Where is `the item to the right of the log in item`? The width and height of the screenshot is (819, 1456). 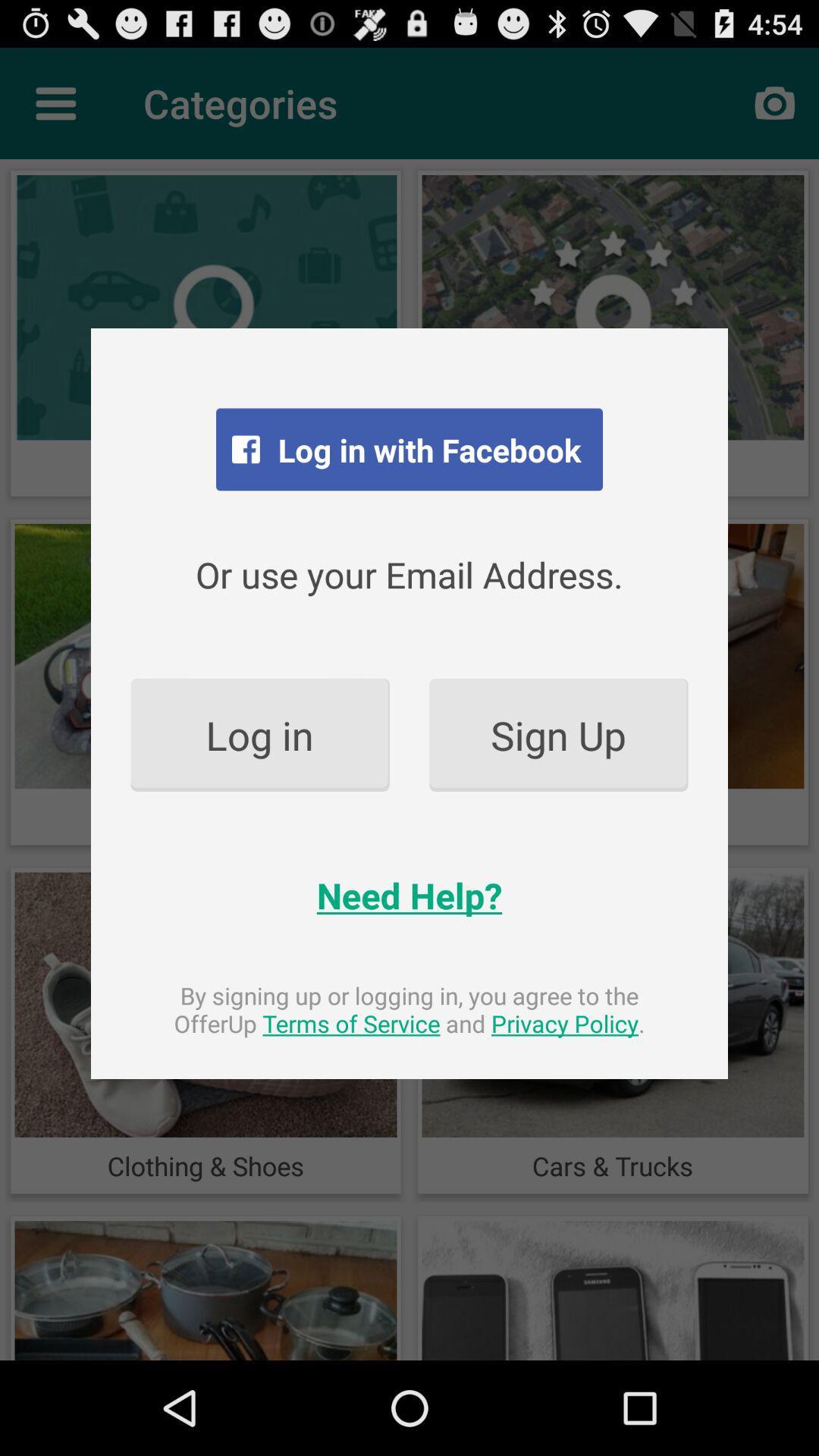
the item to the right of the log in item is located at coordinates (558, 735).